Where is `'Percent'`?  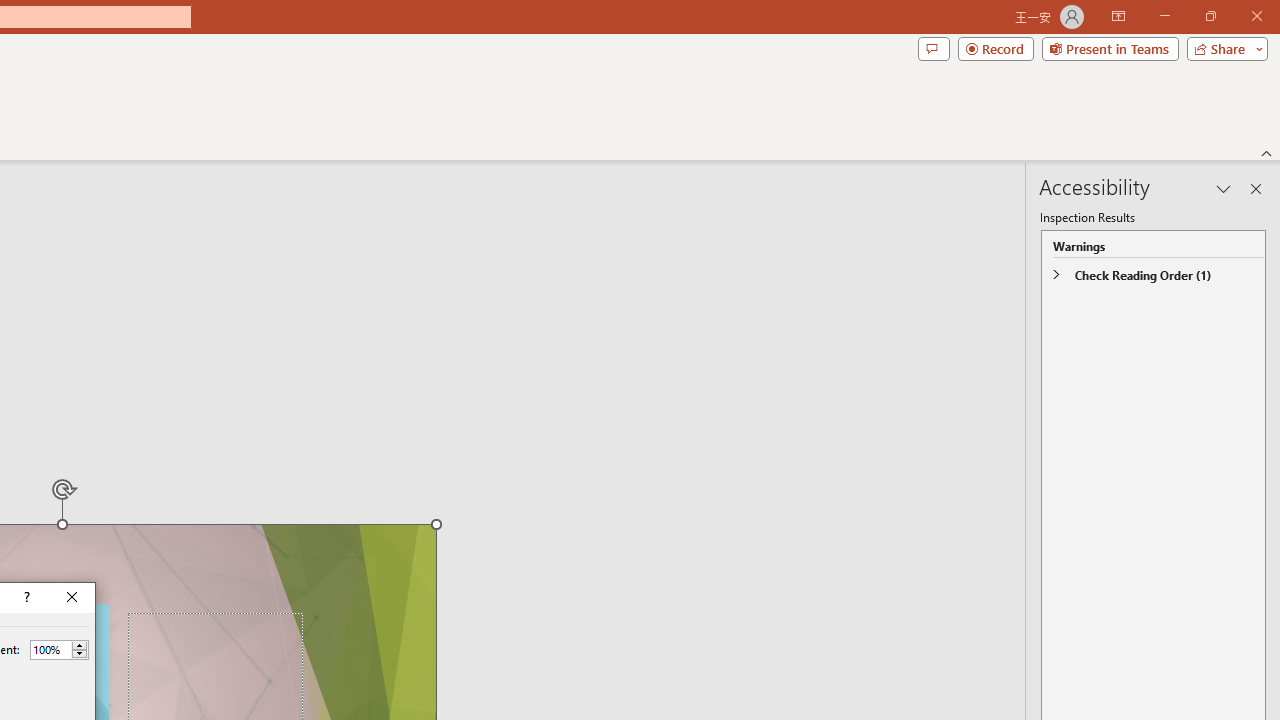
'Percent' is located at coordinates (59, 650).